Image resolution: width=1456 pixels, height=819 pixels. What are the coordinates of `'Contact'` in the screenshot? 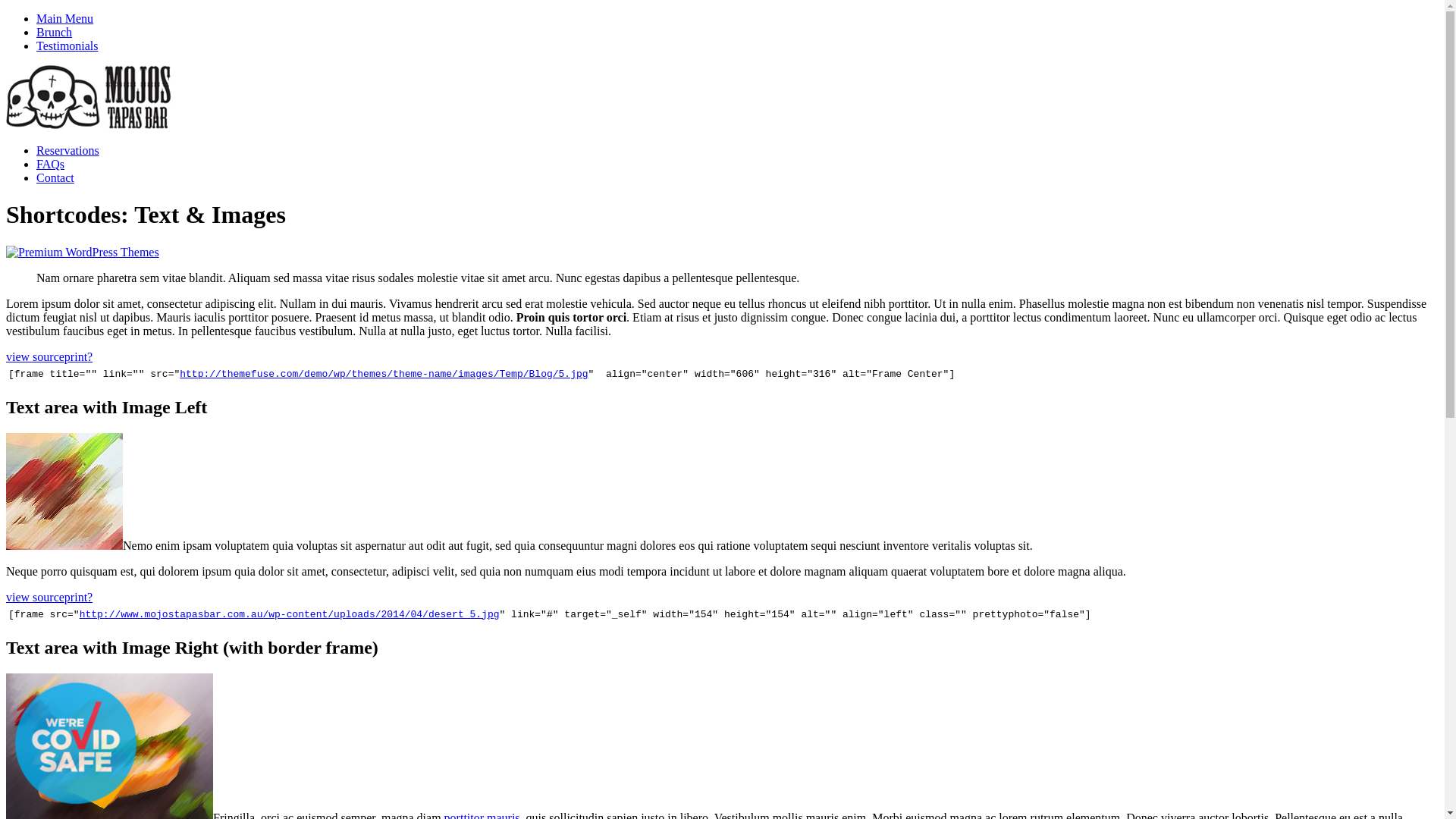 It's located at (36, 177).